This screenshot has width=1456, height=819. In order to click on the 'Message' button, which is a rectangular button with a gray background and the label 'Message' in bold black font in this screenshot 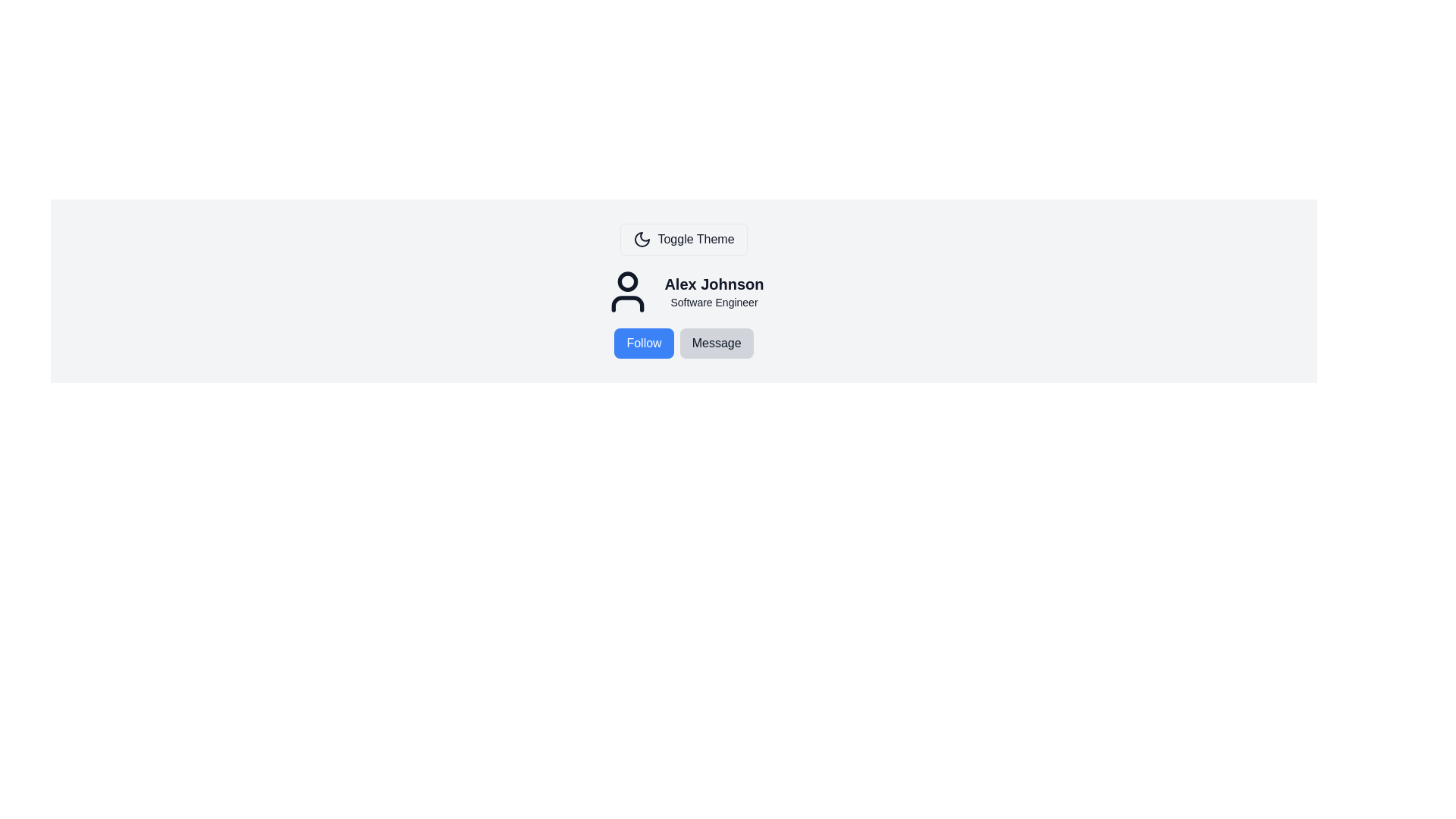, I will do `click(716, 343)`.